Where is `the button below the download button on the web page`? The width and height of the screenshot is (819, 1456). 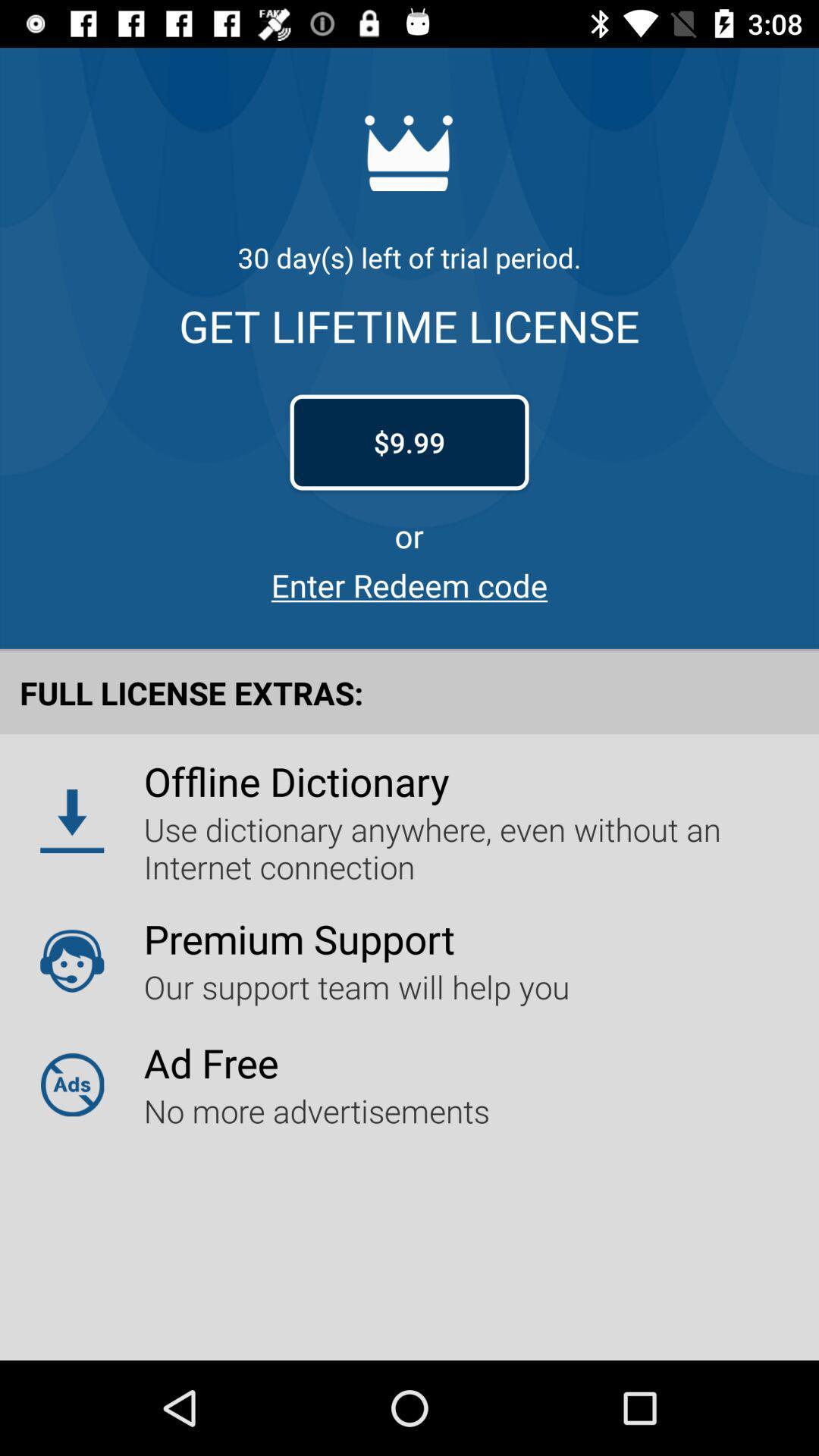 the button below the download button on the web page is located at coordinates (72, 960).